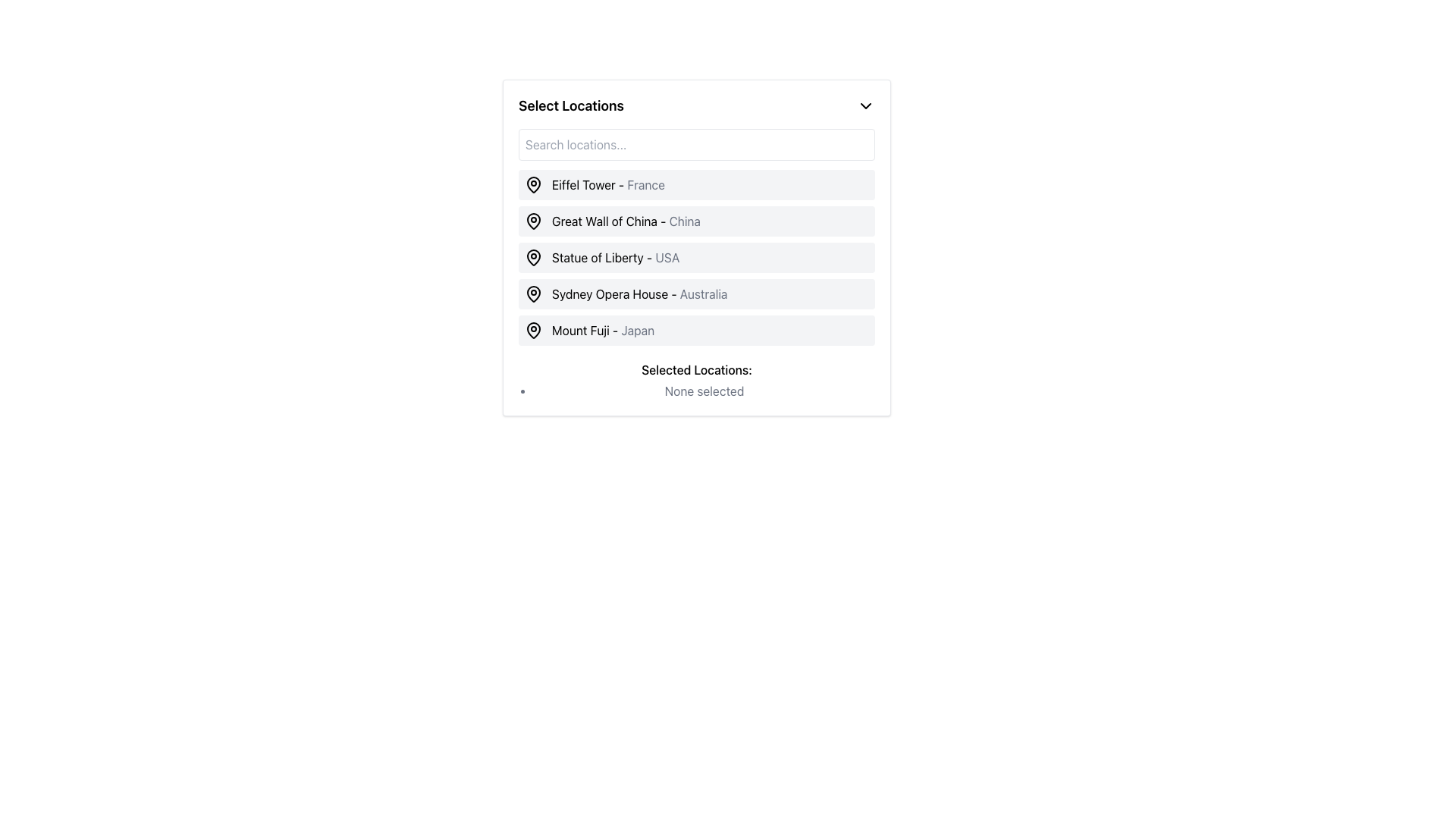  I want to click on the pin icon located to the left of the 'Great Wall of China - China' text in the locations list, so click(534, 220).